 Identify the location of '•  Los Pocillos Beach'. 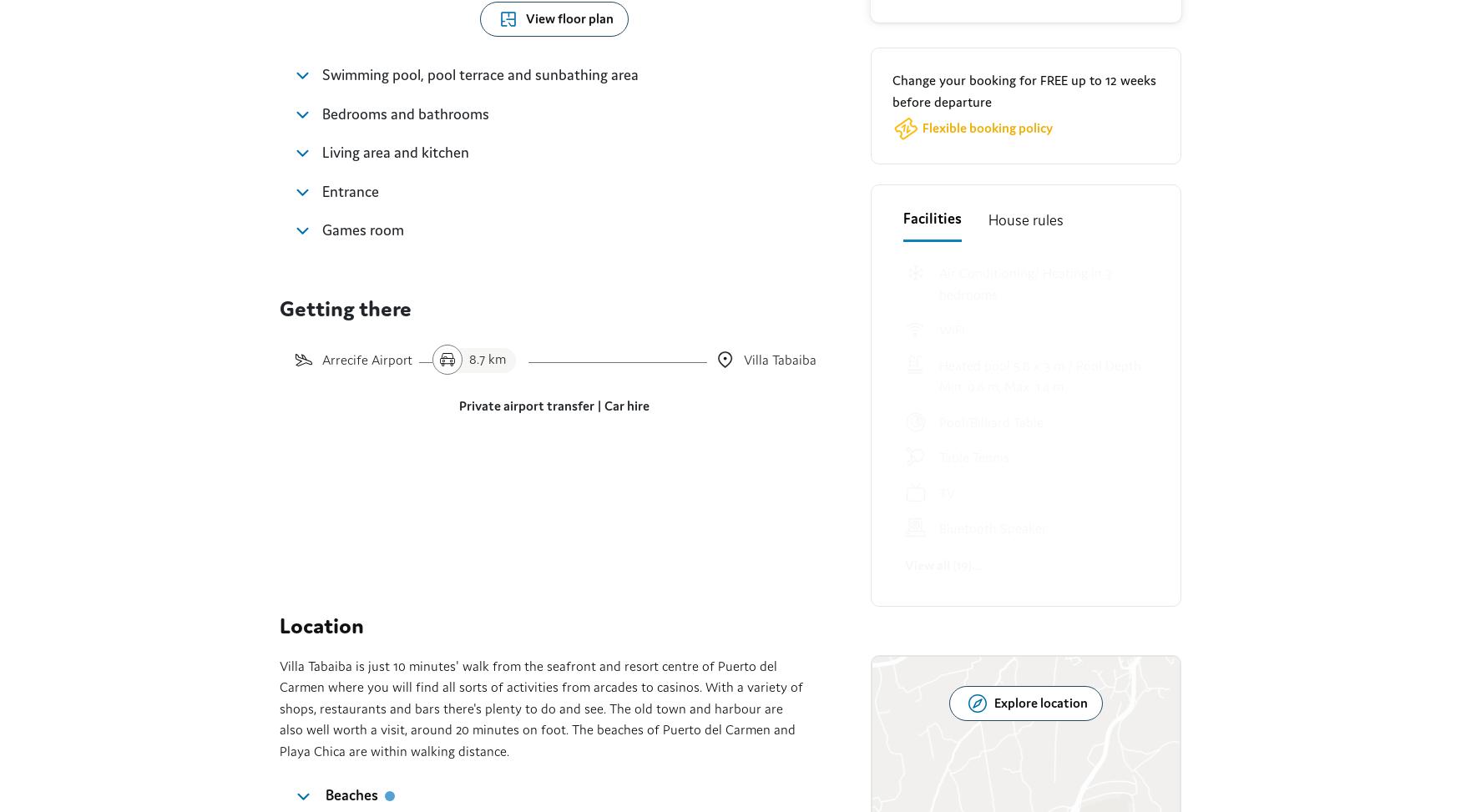
(695, 93).